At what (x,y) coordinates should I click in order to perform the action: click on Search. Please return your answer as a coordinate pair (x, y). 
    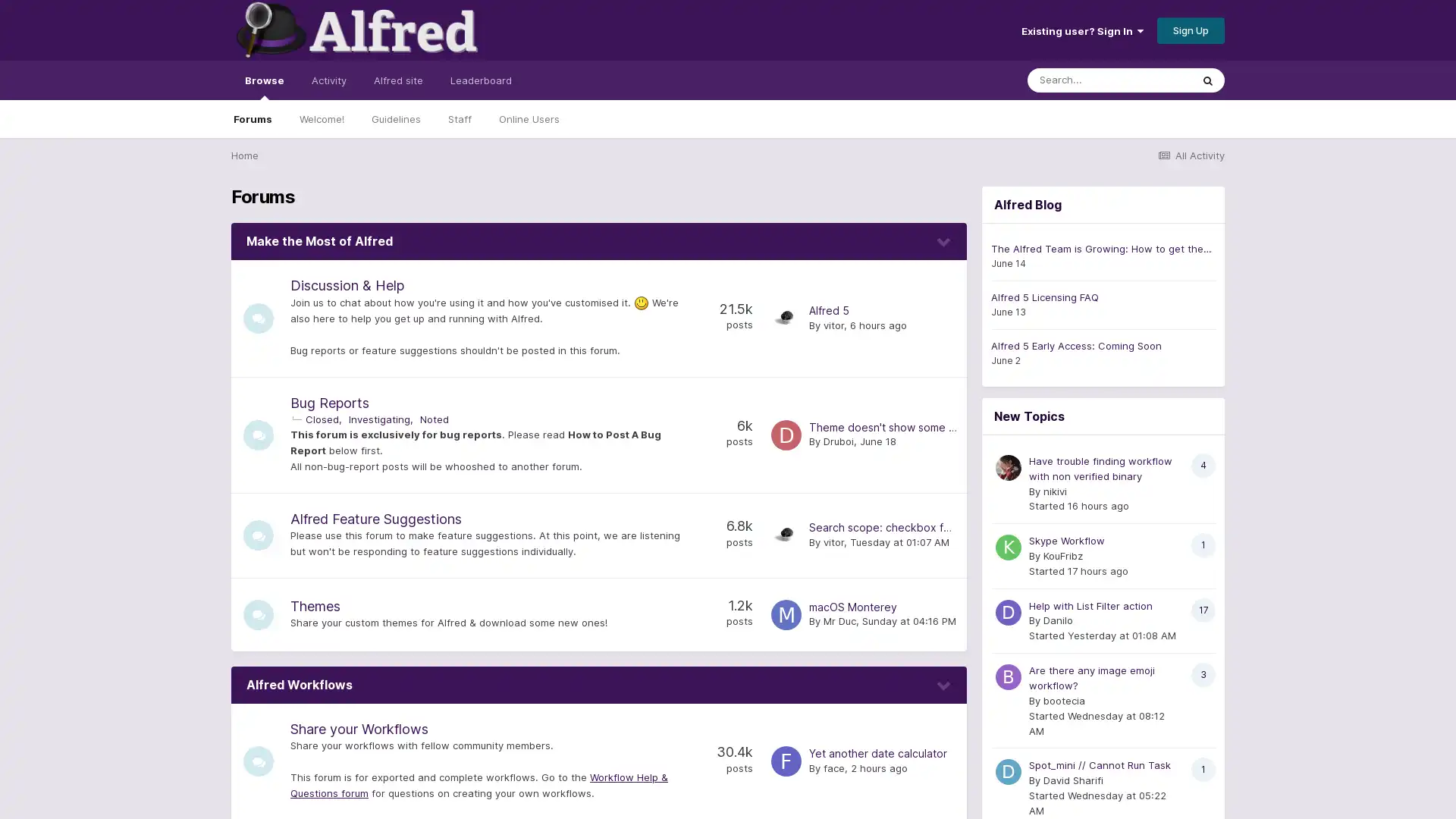
    Looking at the image, I should click on (1207, 80).